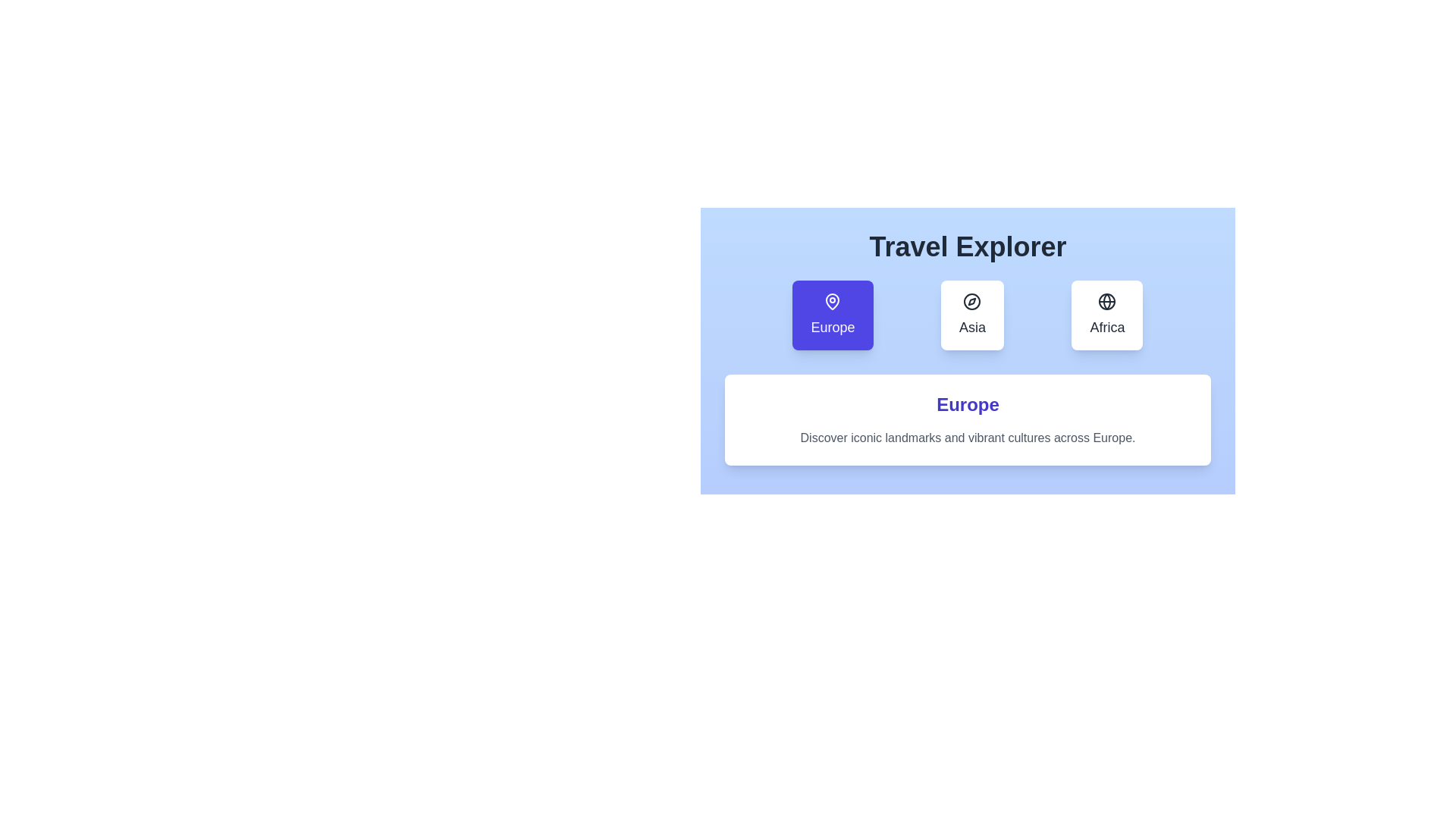 This screenshot has width=1456, height=819. What do you see at coordinates (967, 438) in the screenshot?
I see `the informational text element located below the heading 'Europe', which is enclosed in a white box with rounded corners and a shadow effect` at bounding box center [967, 438].